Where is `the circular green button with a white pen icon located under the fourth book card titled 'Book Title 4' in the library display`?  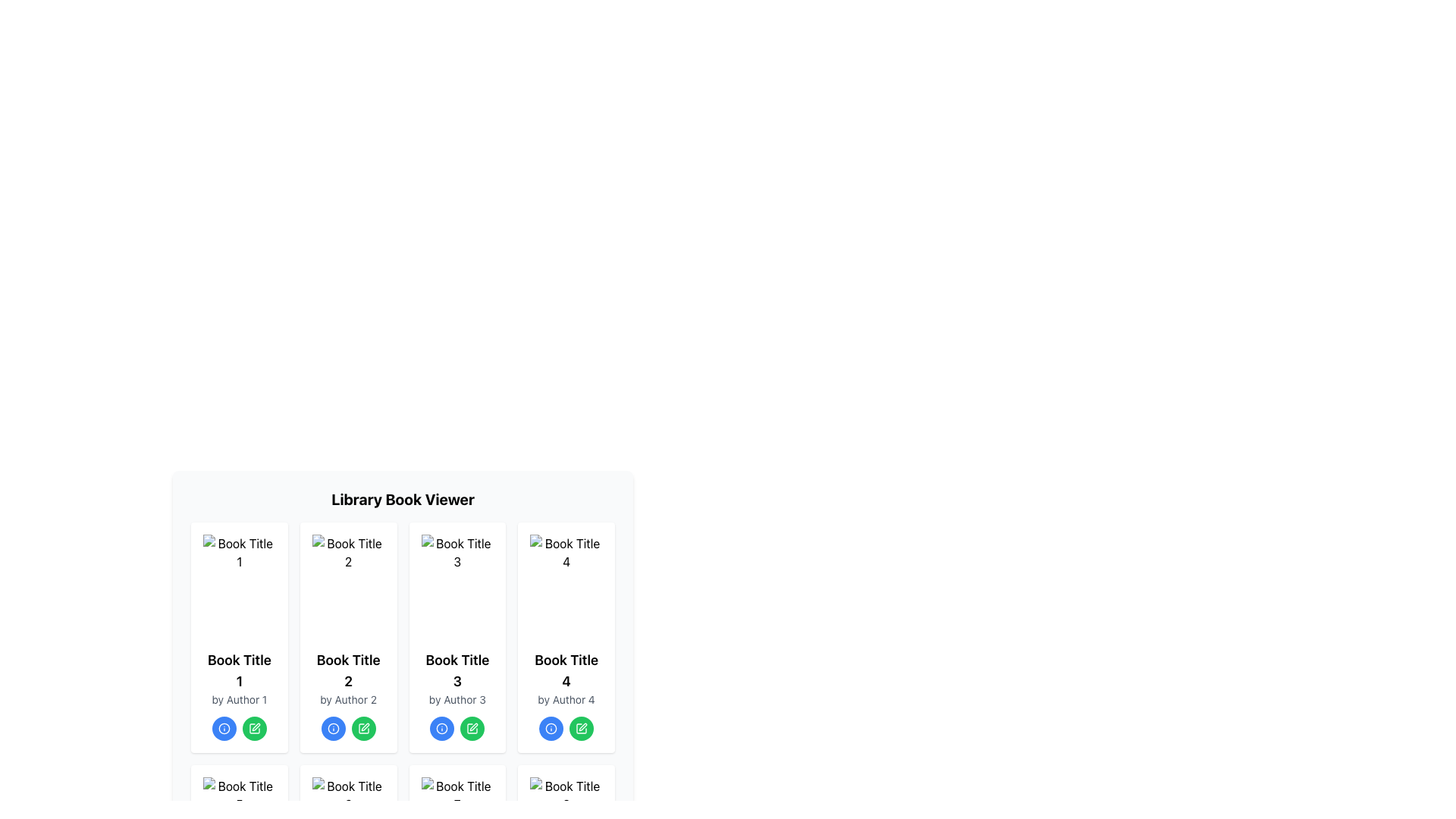
the circular green button with a white pen icon located under the fourth book card titled 'Book Title 4' in the library display is located at coordinates (581, 727).